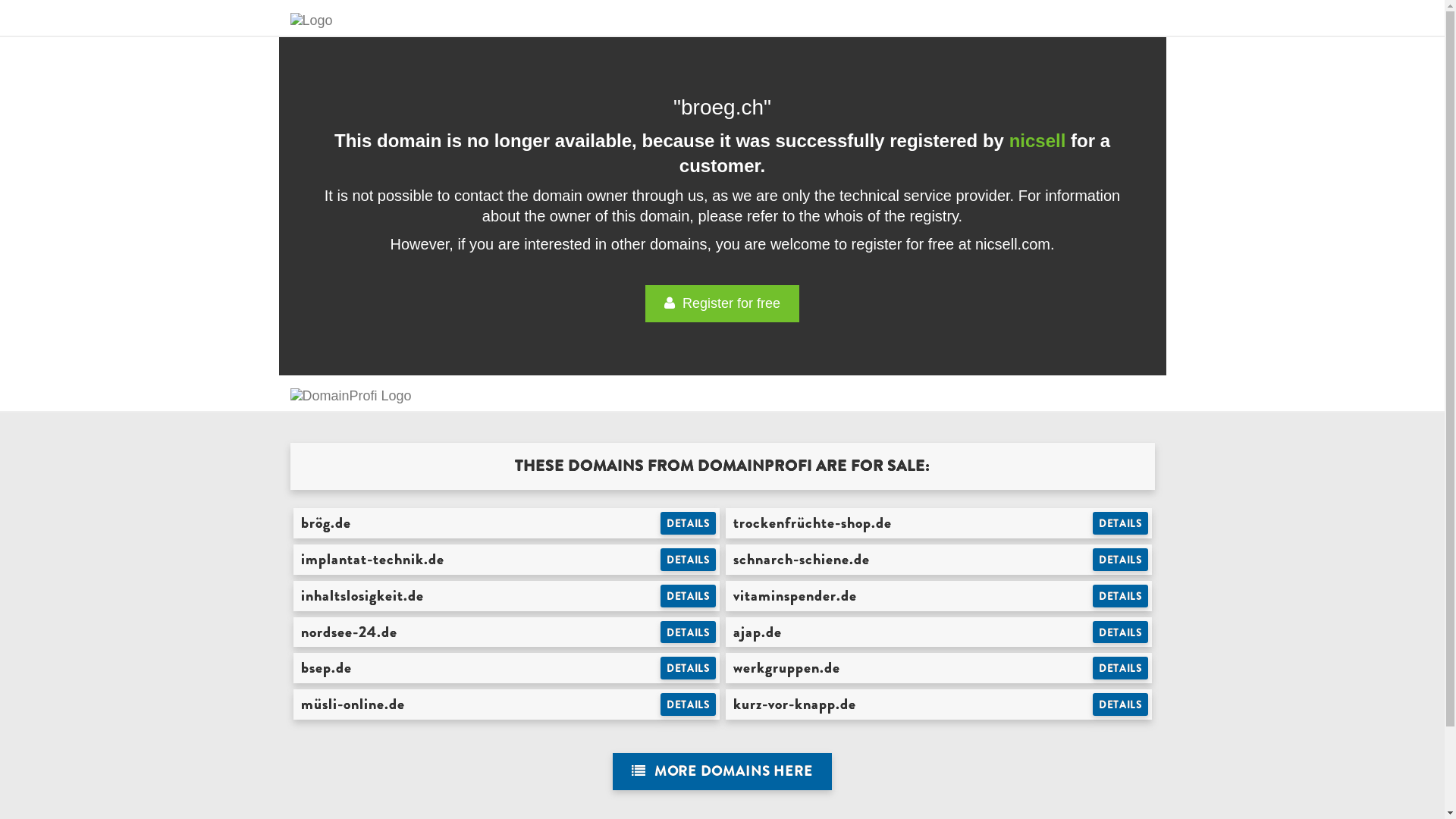 This screenshot has height=819, width=1456. What do you see at coordinates (1120, 632) in the screenshot?
I see `'DETAILS'` at bounding box center [1120, 632].